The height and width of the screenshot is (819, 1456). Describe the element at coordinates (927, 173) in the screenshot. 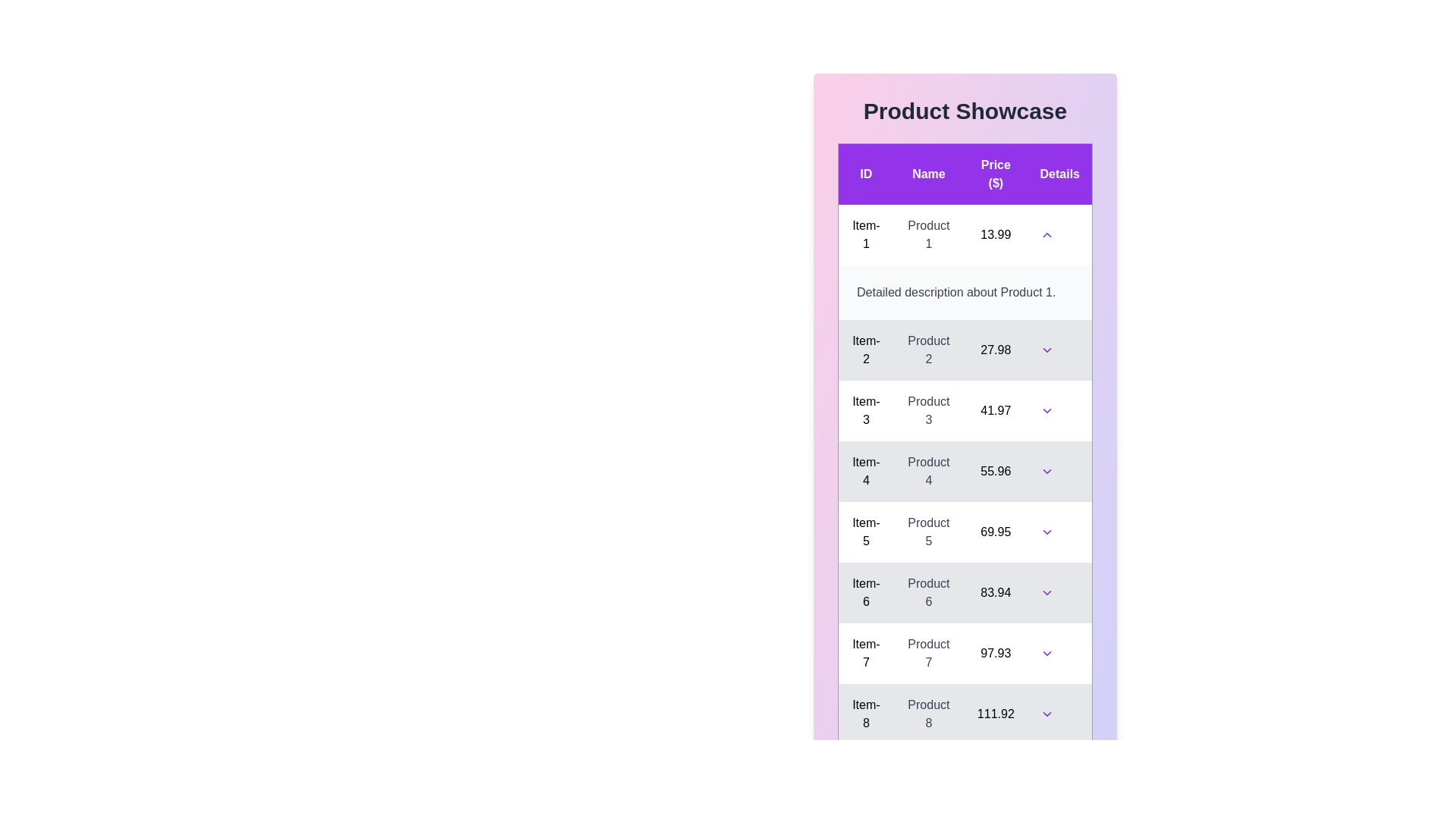

I see `the column header Name to sort the table` at that location.